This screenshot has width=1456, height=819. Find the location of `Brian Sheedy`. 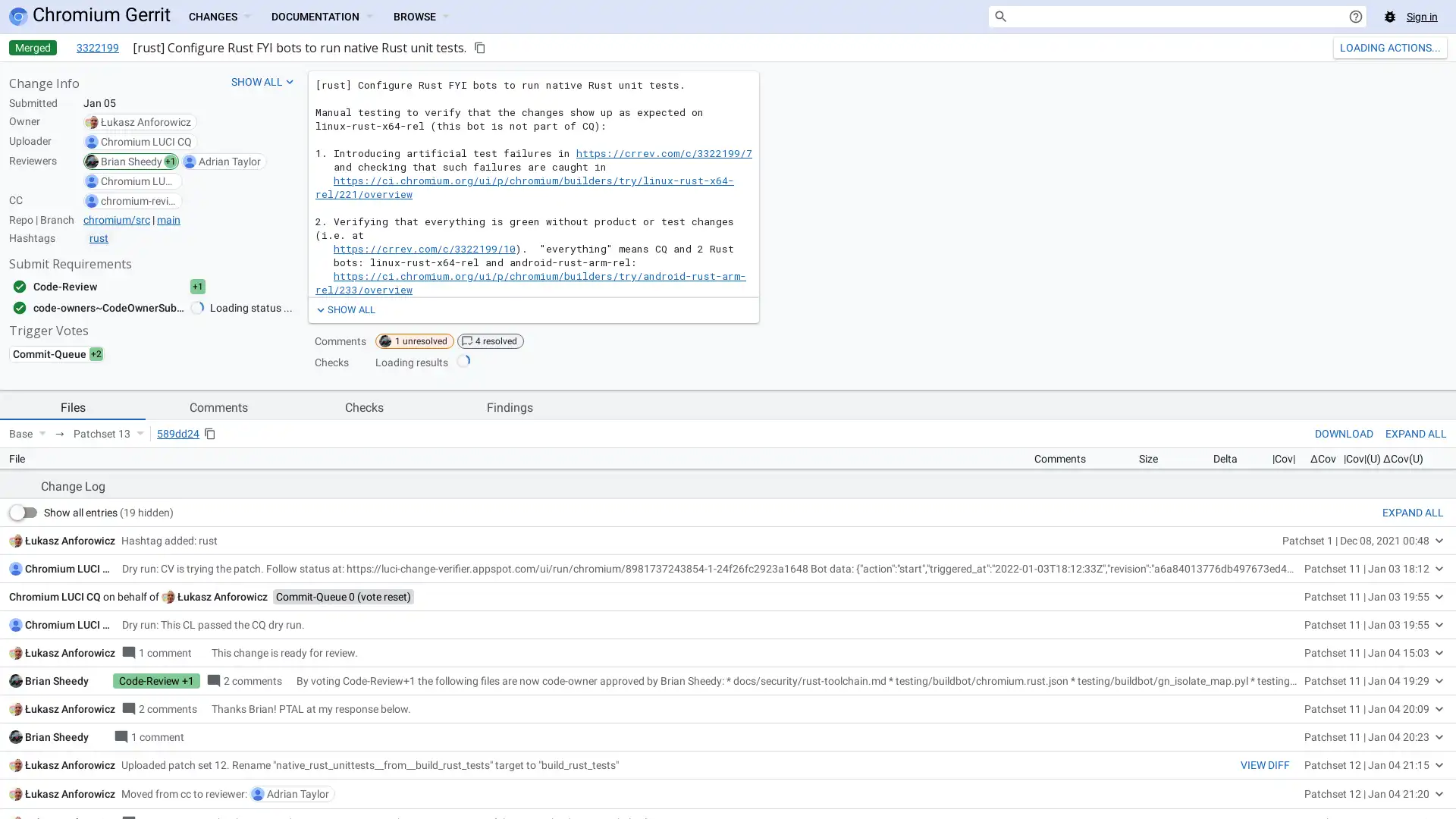

Brian Sheedy is located at coordinates (131, 161).